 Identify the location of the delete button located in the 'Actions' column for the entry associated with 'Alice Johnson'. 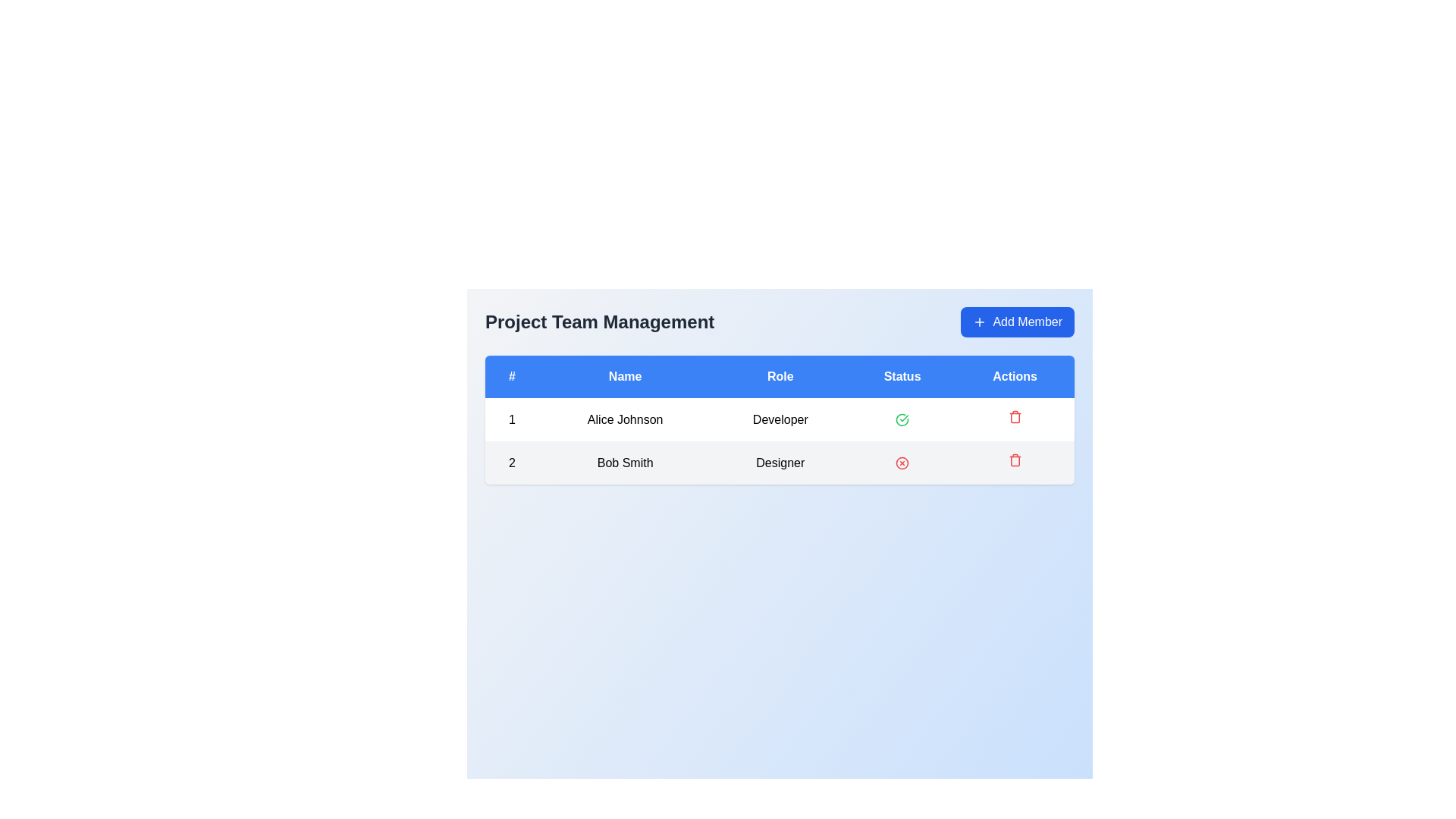
(1015, 419).